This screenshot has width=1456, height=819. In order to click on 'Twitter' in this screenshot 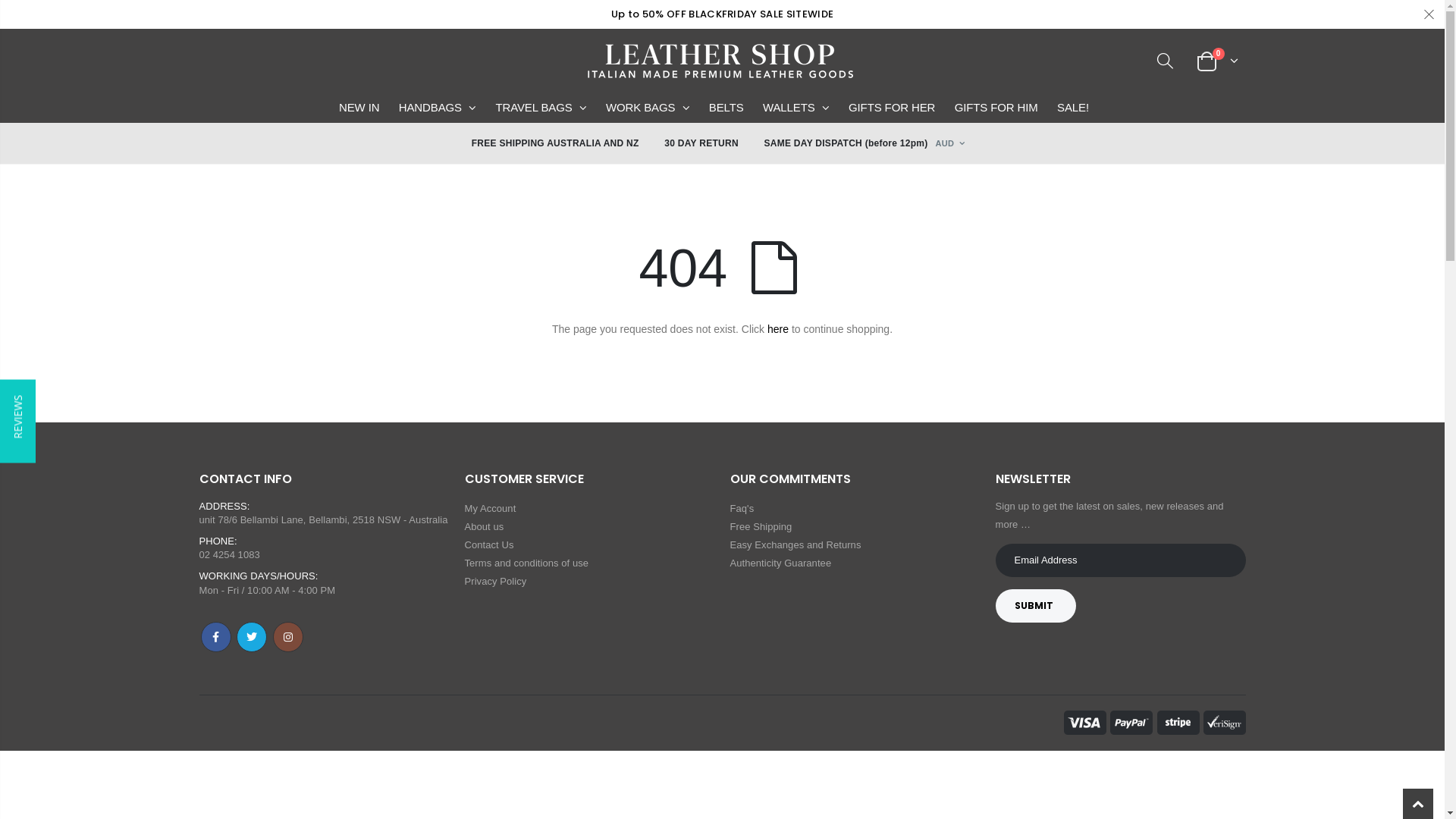, I will do `click(251, 637)`.